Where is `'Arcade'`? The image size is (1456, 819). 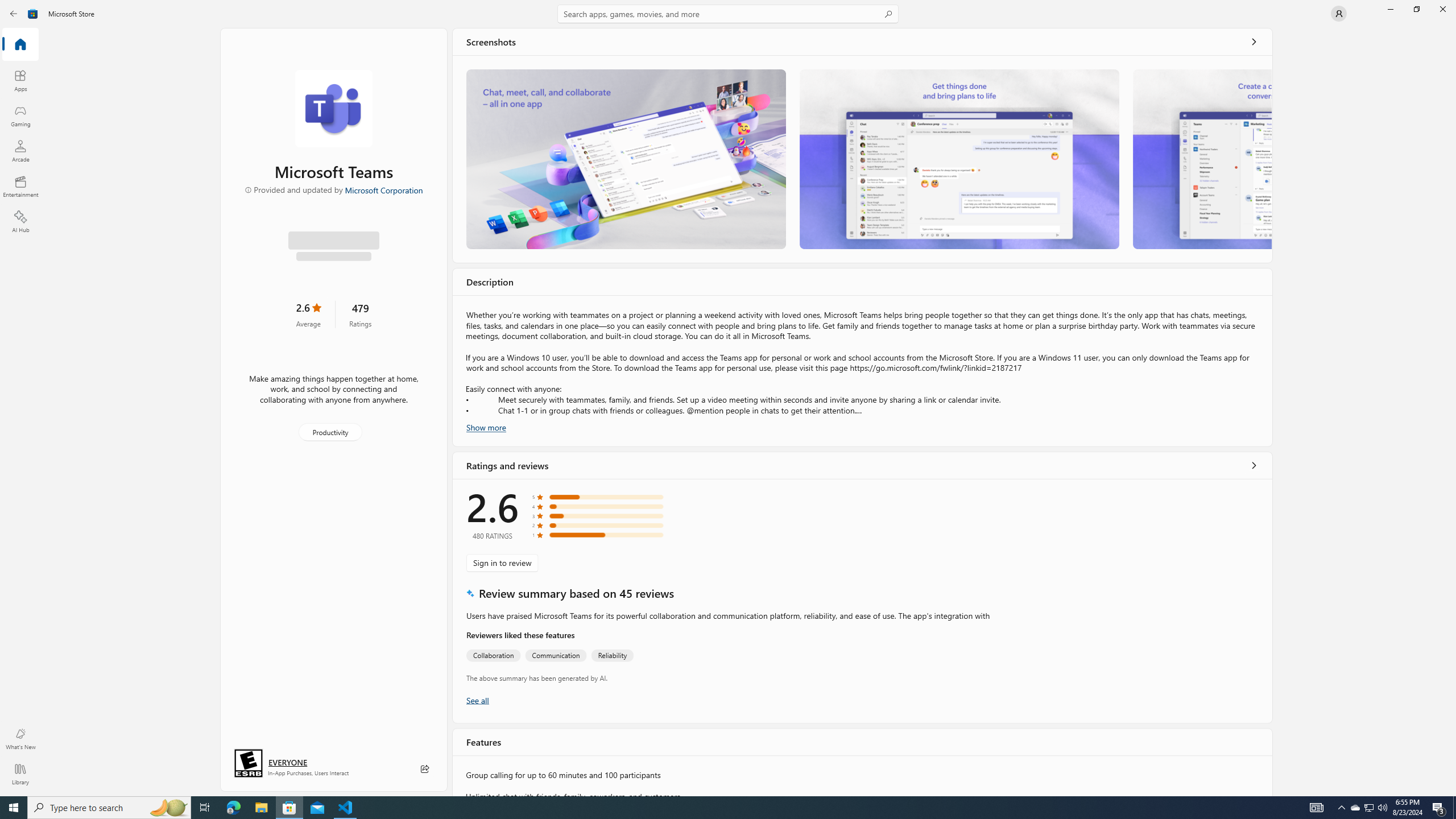
'Arcade' is located at coordinates (19, 150).